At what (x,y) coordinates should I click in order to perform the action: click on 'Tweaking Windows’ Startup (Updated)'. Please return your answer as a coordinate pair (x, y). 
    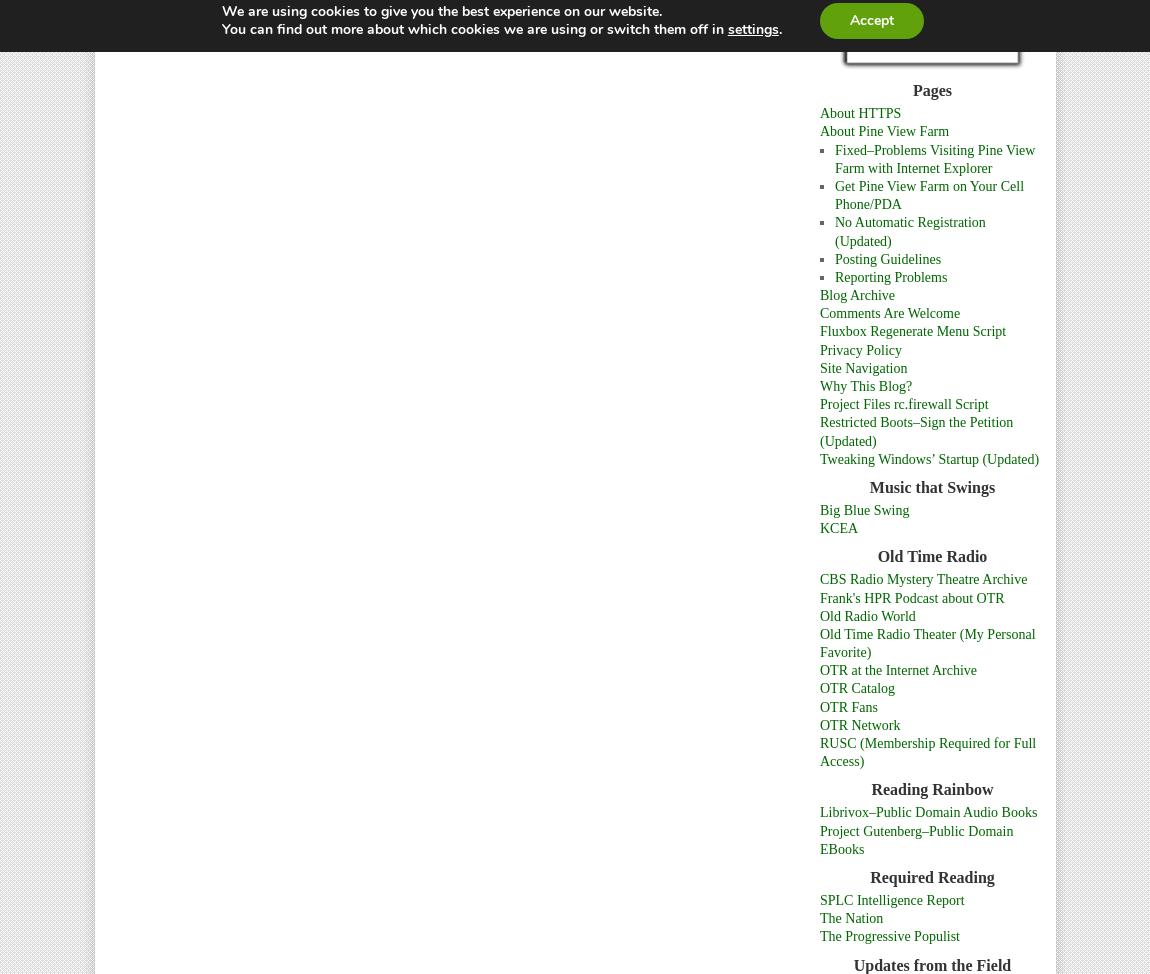
    Looking at the image, I should click on (929, 457).